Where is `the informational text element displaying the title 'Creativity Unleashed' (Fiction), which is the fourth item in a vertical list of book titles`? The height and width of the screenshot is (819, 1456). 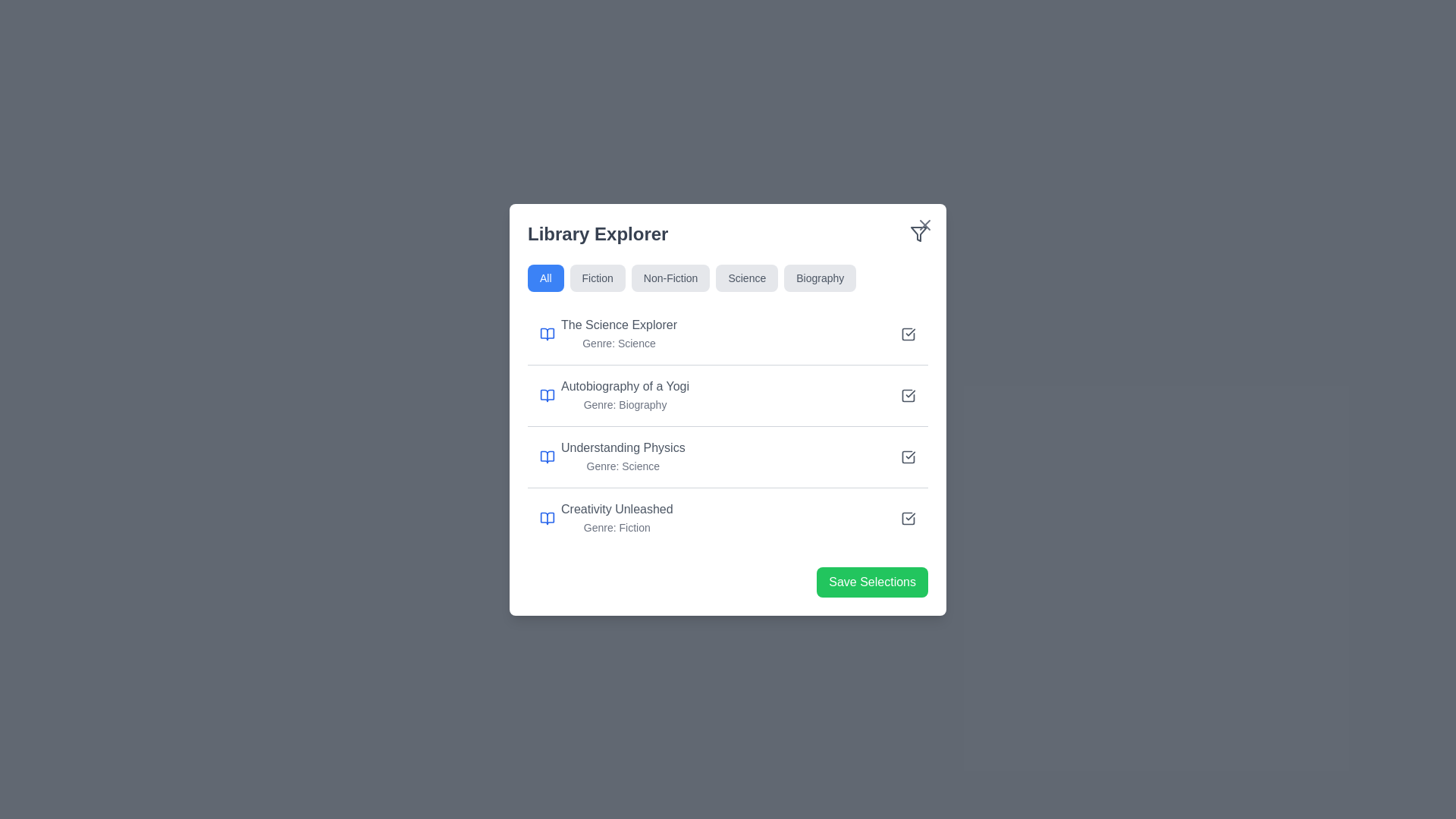 the informational text element displaying the title 'Creativity Unleashed' (Fiction), which is the fourth item in a vertical list of book titles is located at coordinates (605, 517).